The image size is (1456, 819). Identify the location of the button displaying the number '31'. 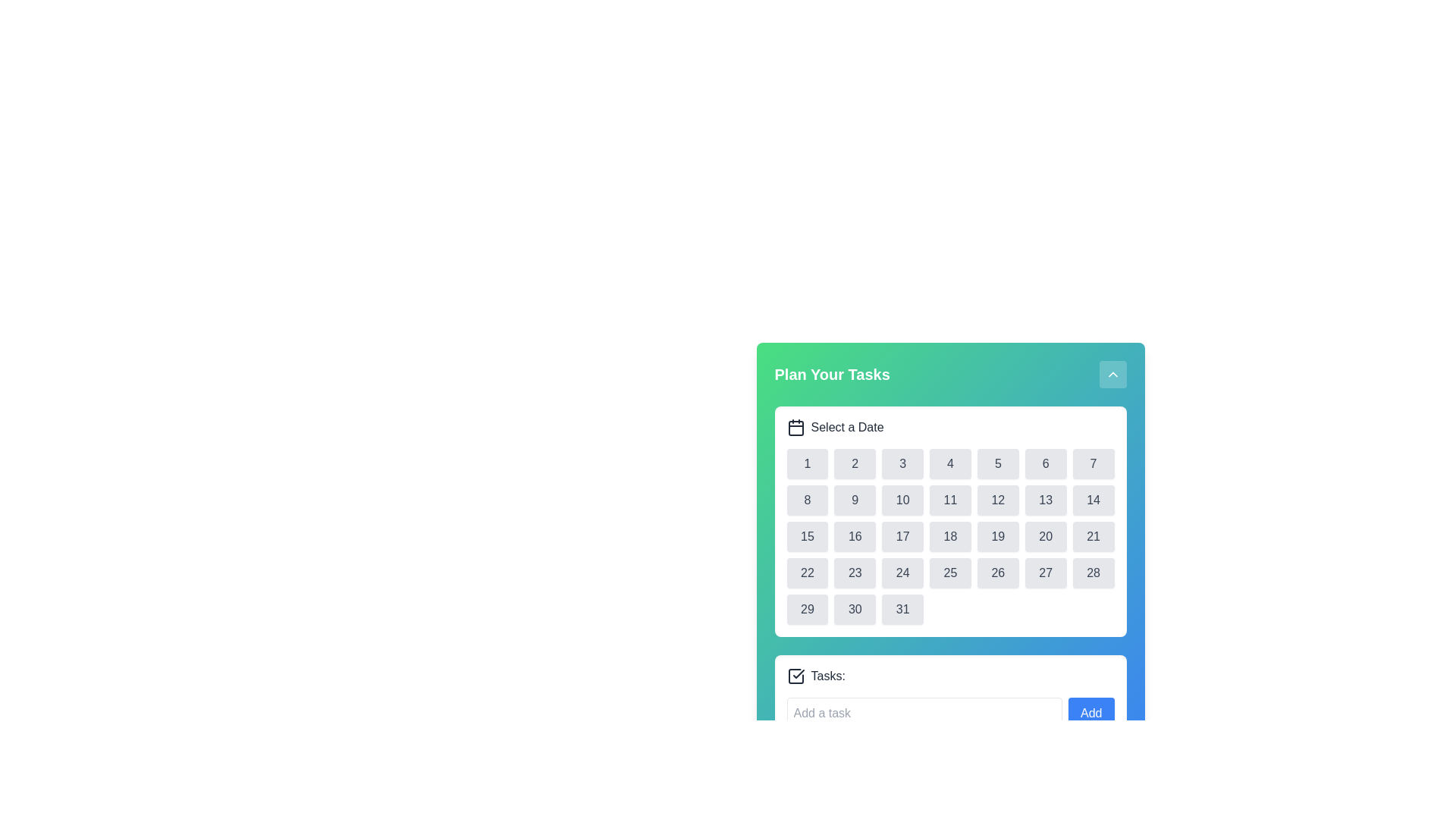
(902, 608).